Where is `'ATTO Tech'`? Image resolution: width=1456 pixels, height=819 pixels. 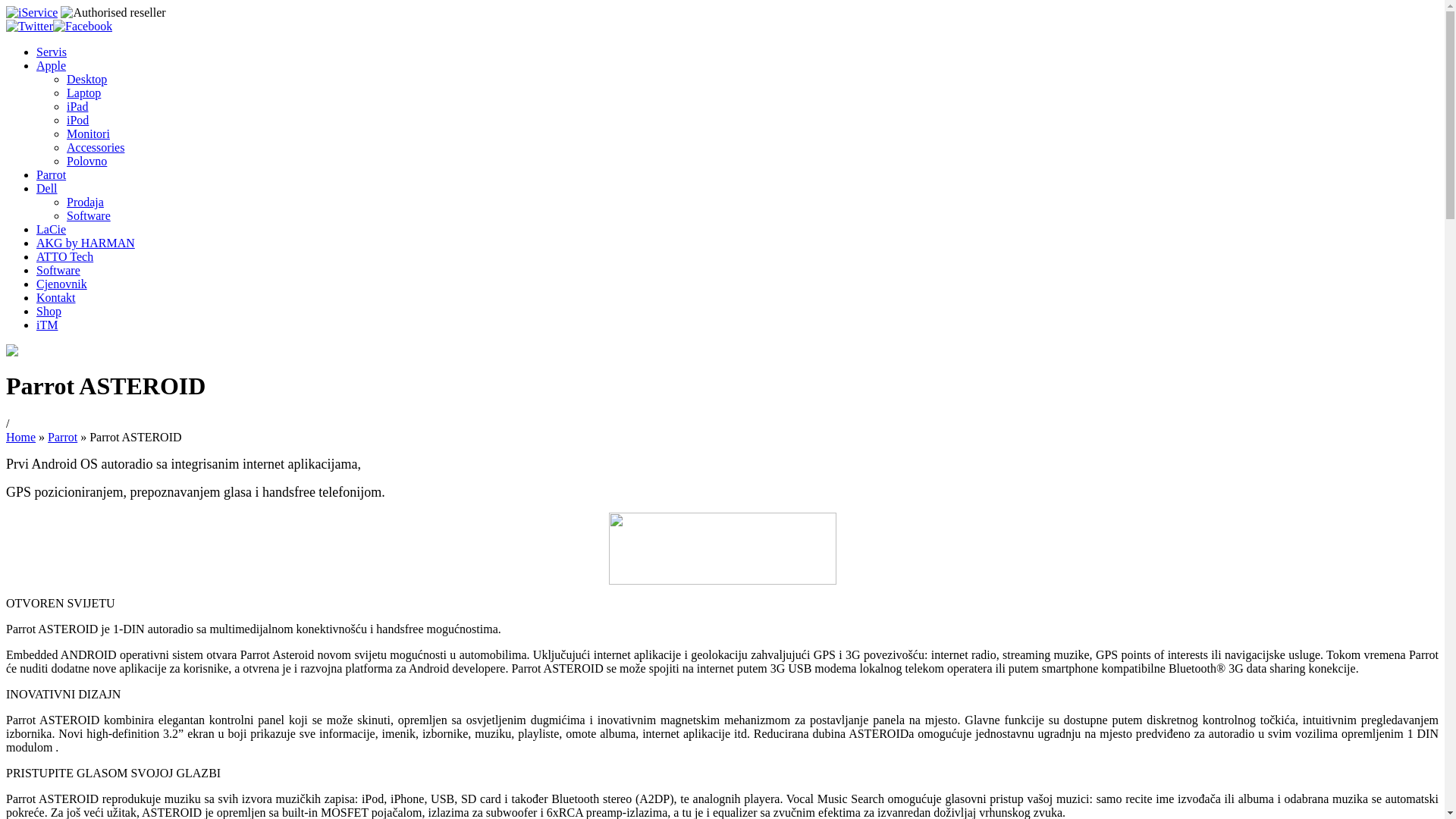
'ATTO Tech' is located at coordinates (36, 256).